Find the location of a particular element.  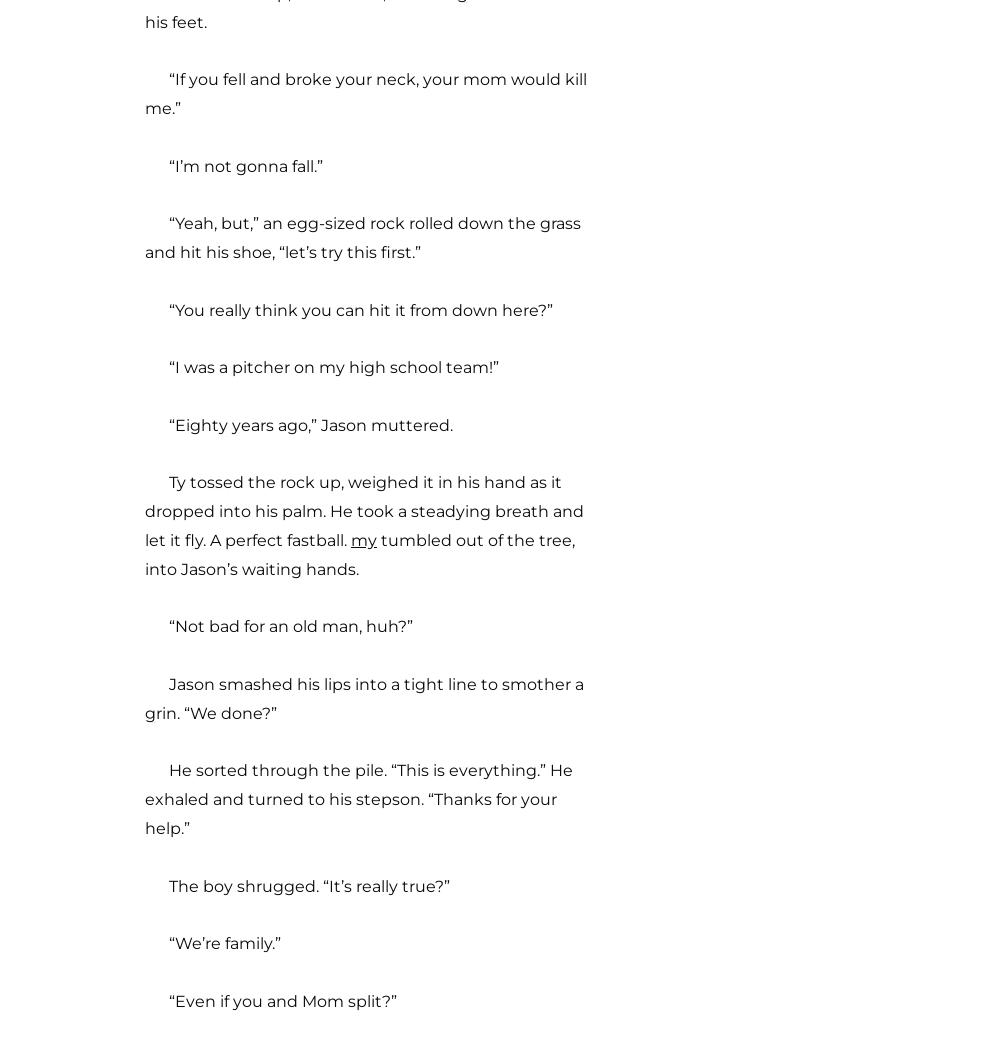

'He sorted through the pile. “This is everything.” He exhaled and turned to his stepson. “Thanks for your help.”' is located at coordinates (358, 798).